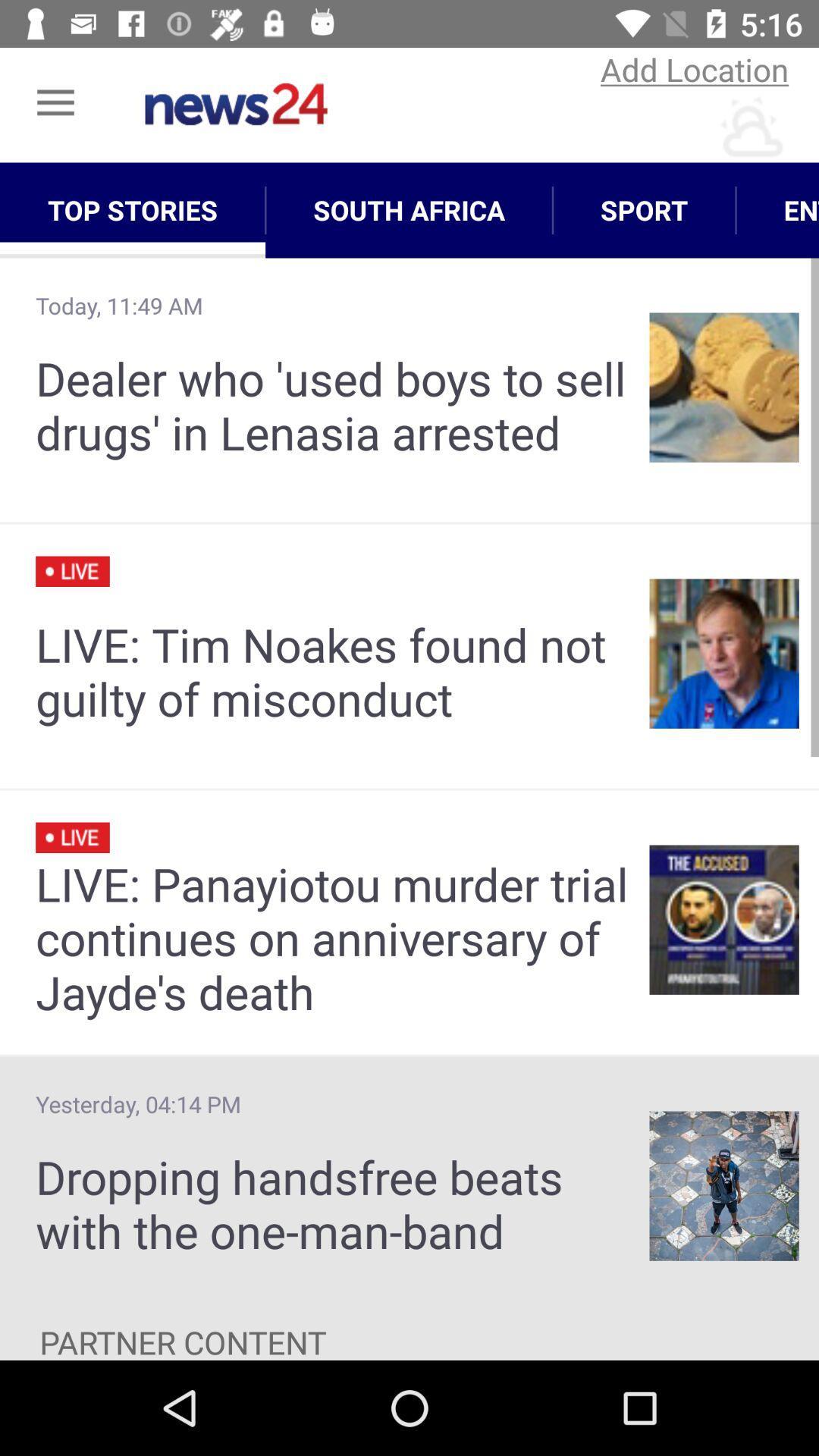 The height and width of the screenshot is (1456, 819). Describe the element at coordinates (644, 209) in the screenshot. I see `the icon to the left of entertainment` at that location.